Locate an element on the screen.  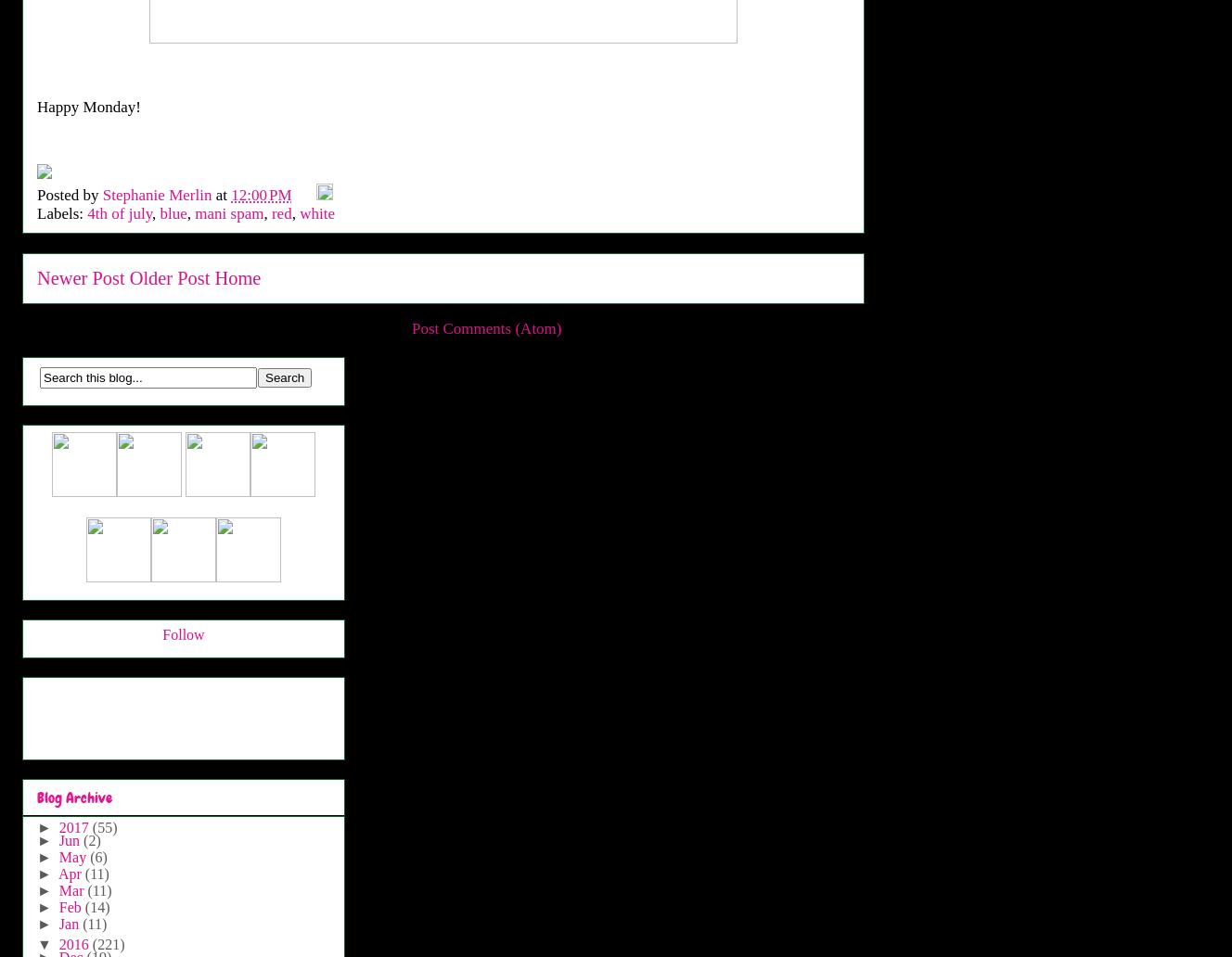
'2017' is located at coordinates (75, 827).